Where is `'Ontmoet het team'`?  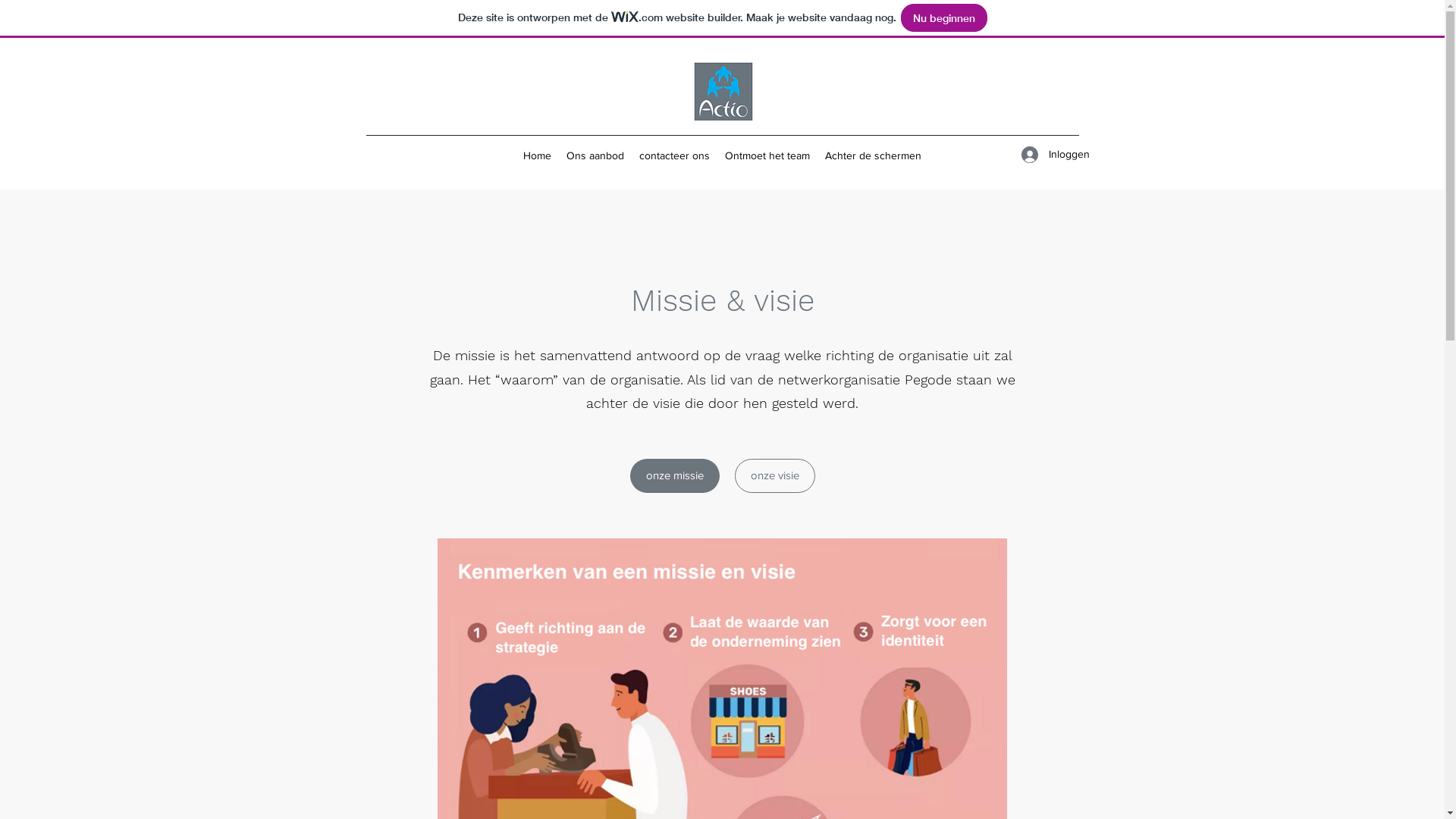
'Ontmoet het team' is located at coordinates (767, 155).